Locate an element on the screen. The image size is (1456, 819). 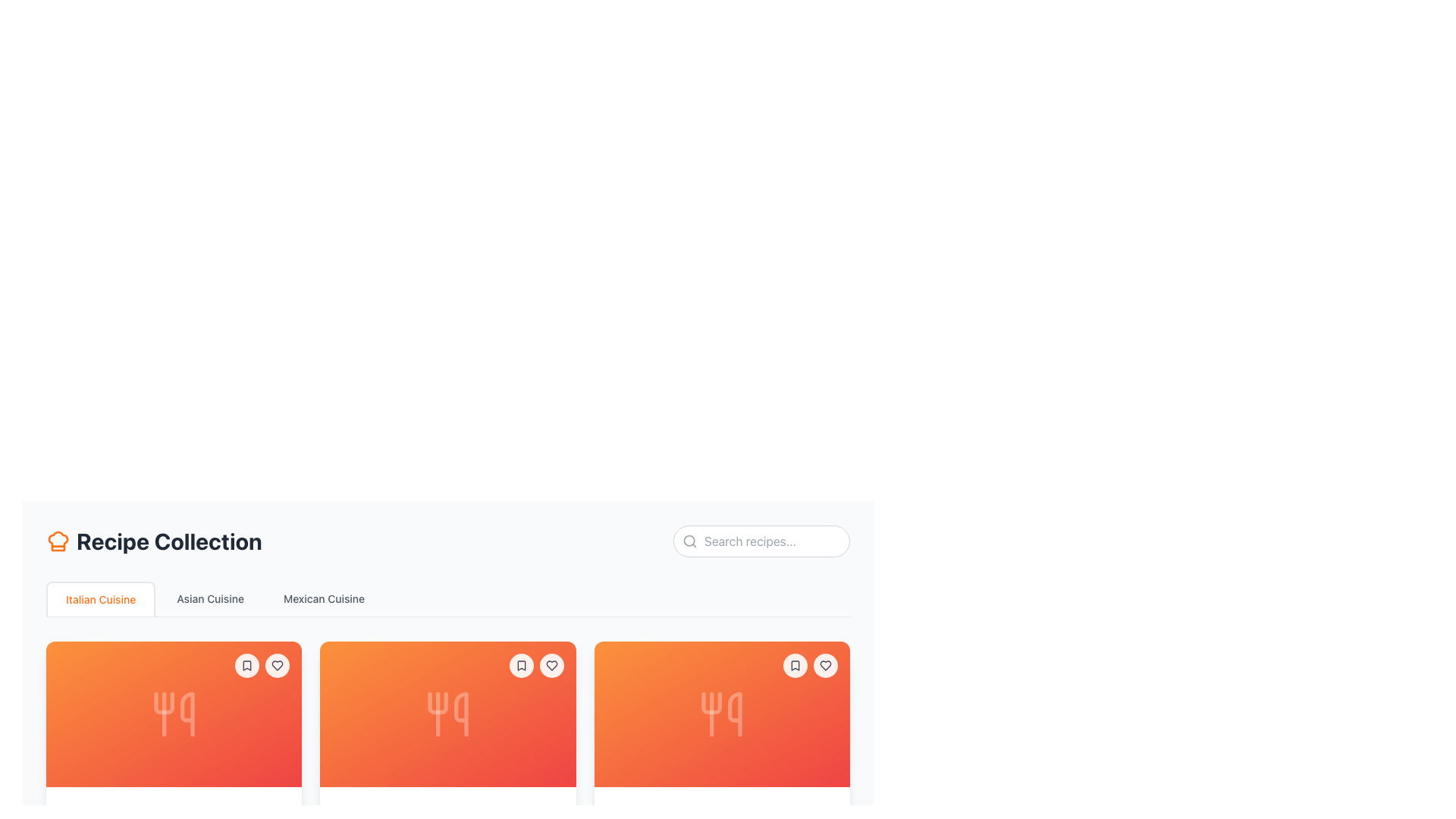
the heart-shaped icon in the header area of the recipe card to favorite the associated recipe is located at coordinates (825, 665).